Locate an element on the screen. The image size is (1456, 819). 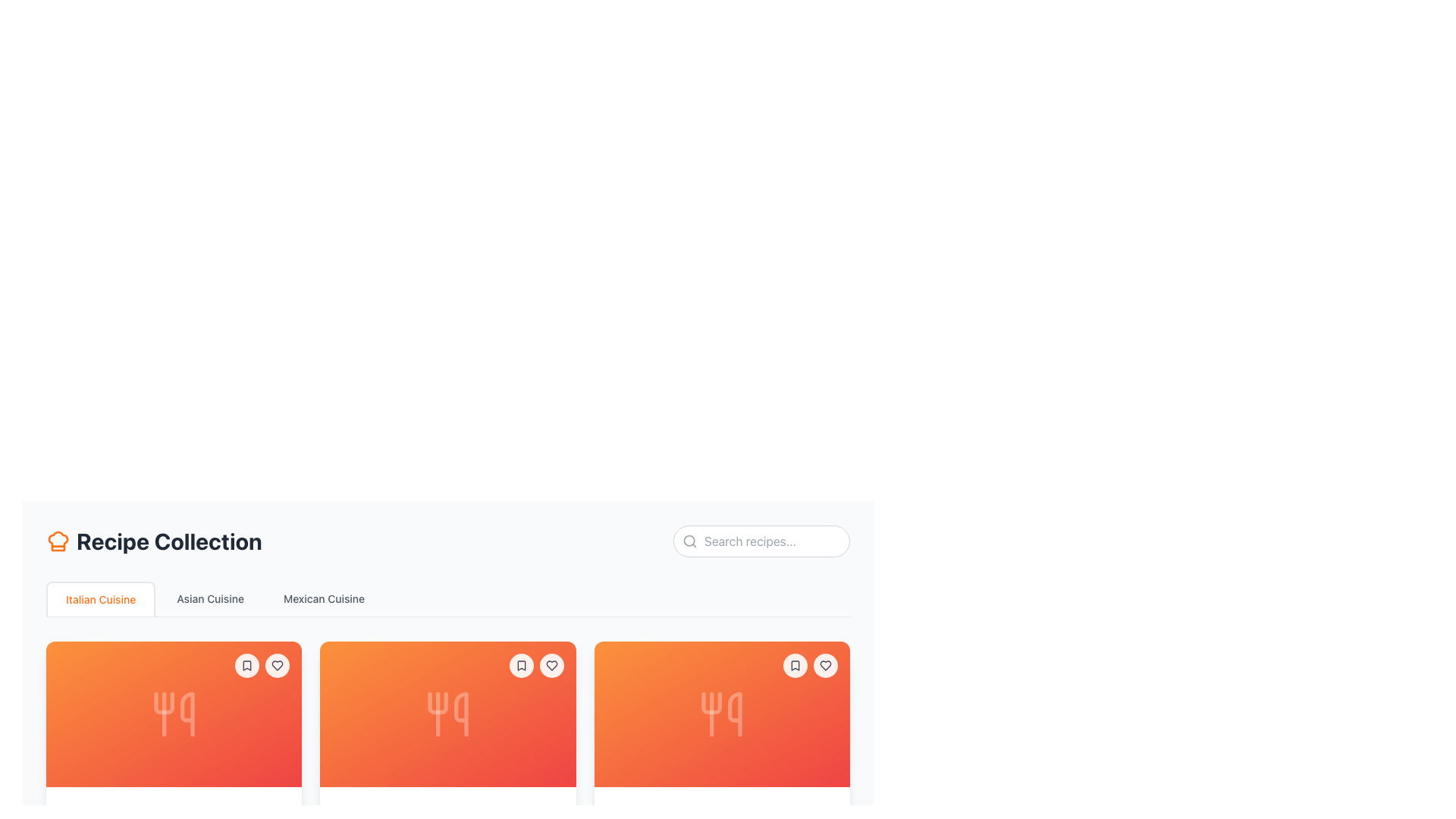
the heart-shaped icon in the header area of the recipe card to favorite the associated recipe is located at coordinates (825, 665).